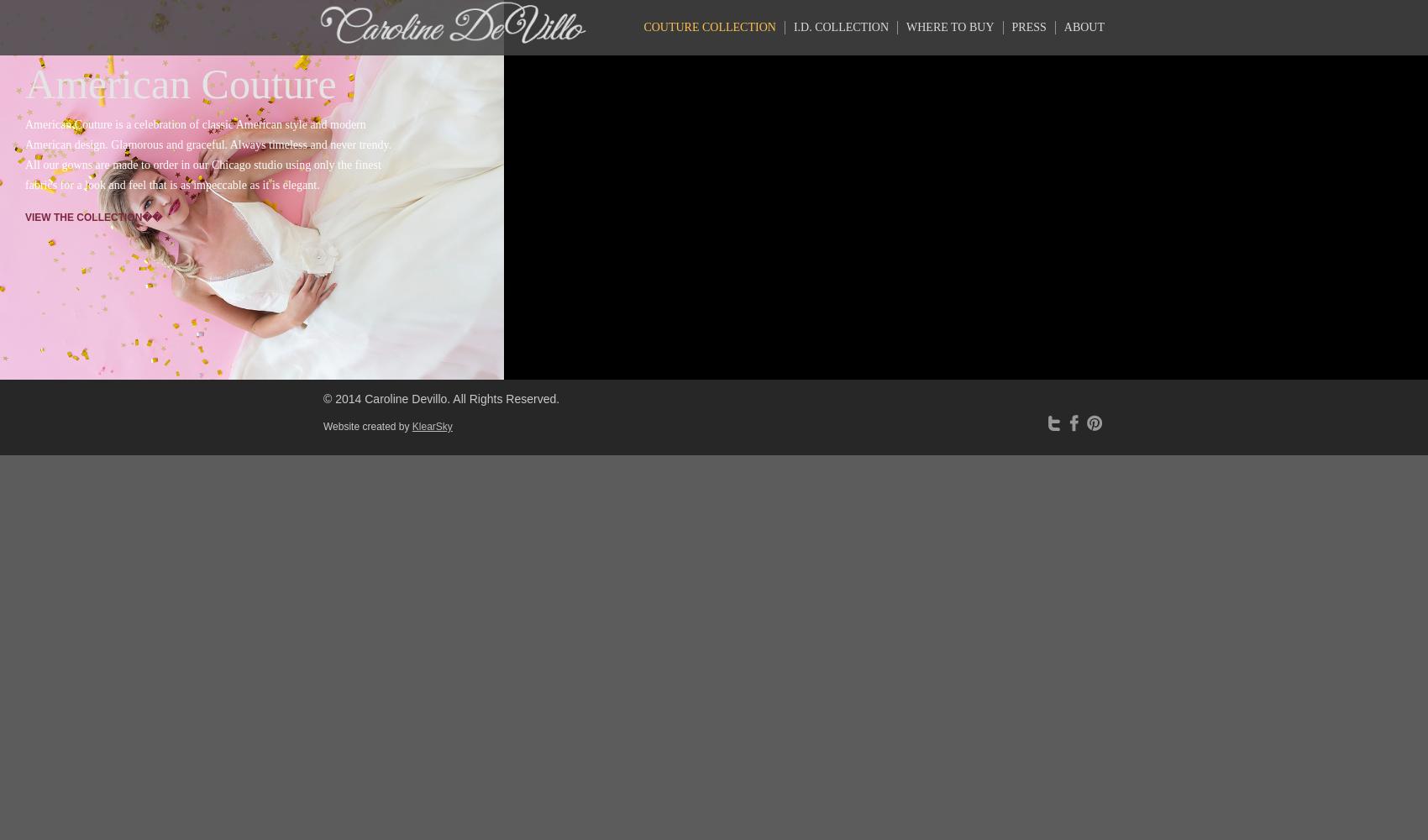 The image size is (1428, 840). I want to click on 'KlearSky', so click(432, 427).